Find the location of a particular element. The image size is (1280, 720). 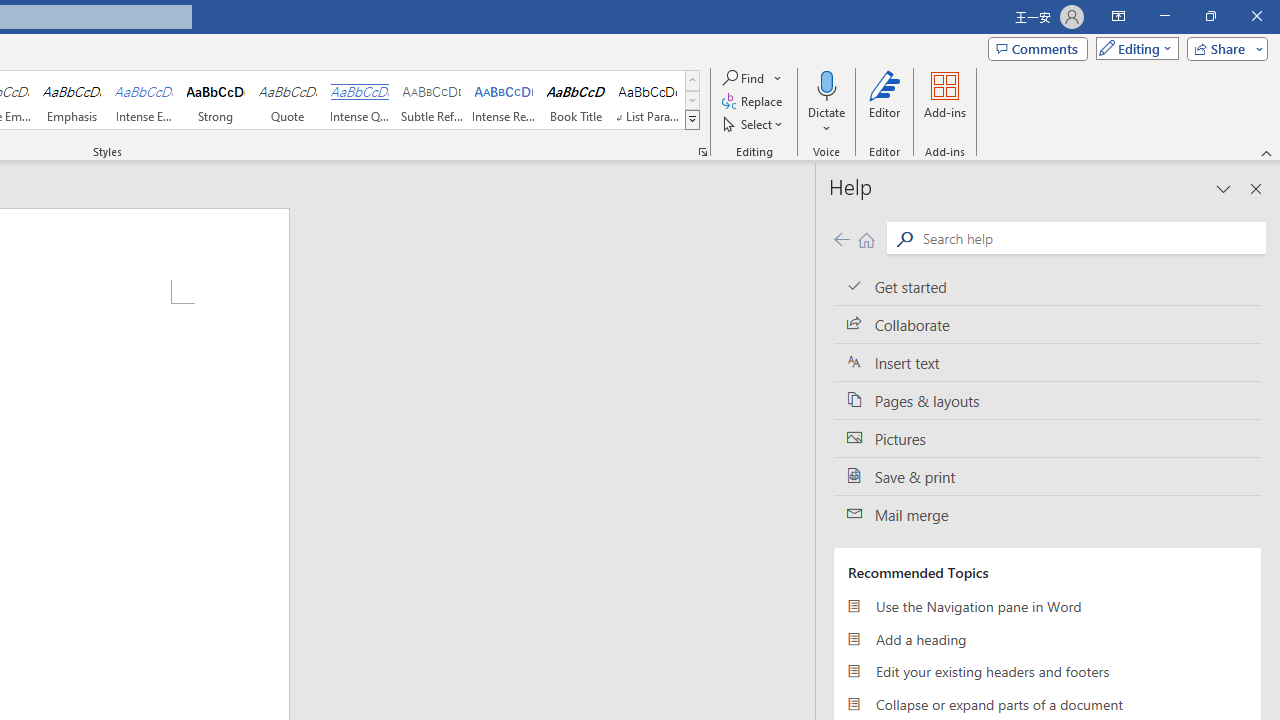

'Intense Emphasis' is located at coordinates (143, 100).